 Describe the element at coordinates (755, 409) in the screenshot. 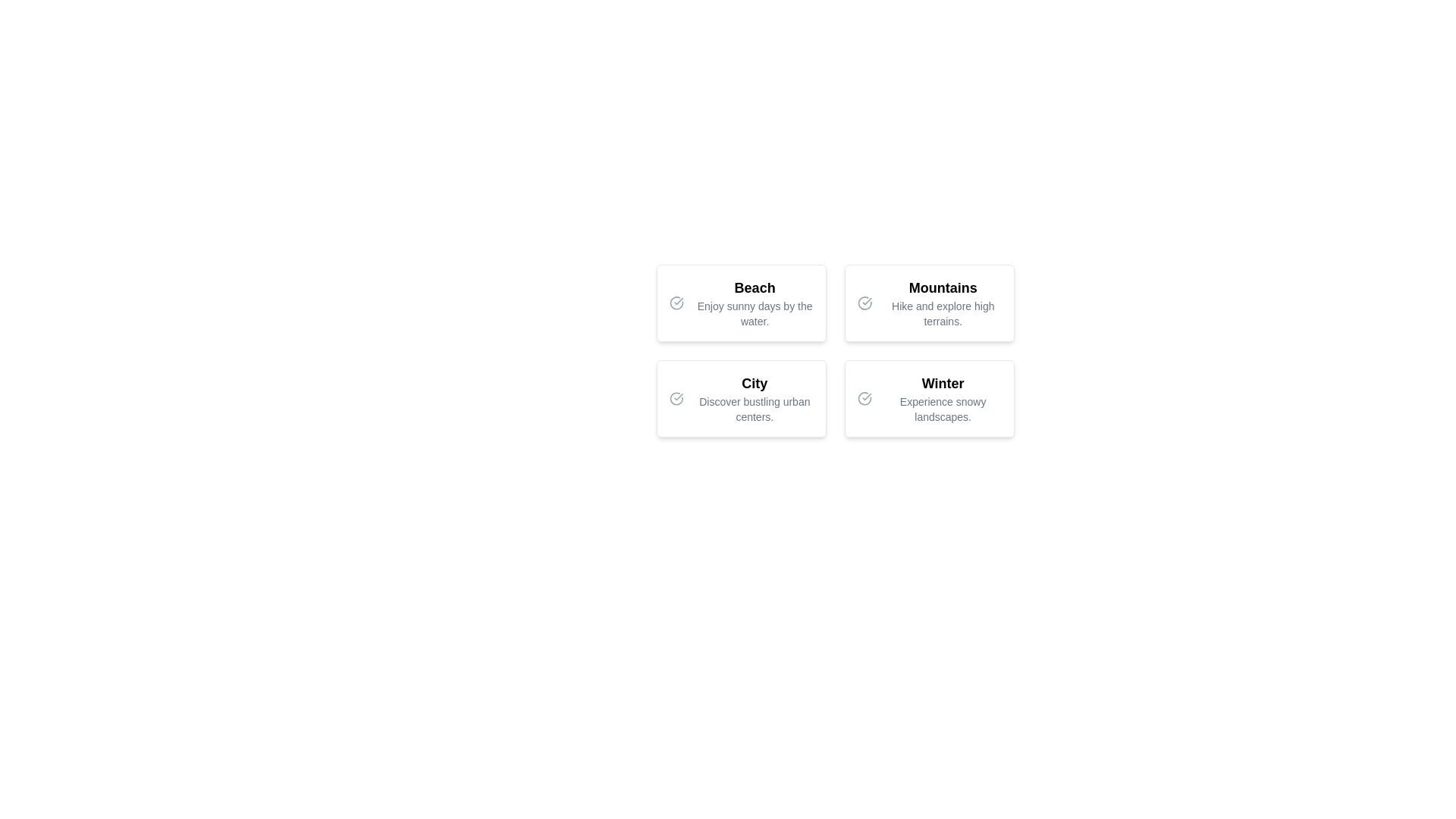

I see `the textual label that says 'Discover bustling urban centers.' situated in the lower central position of the 'City' section` at that location.